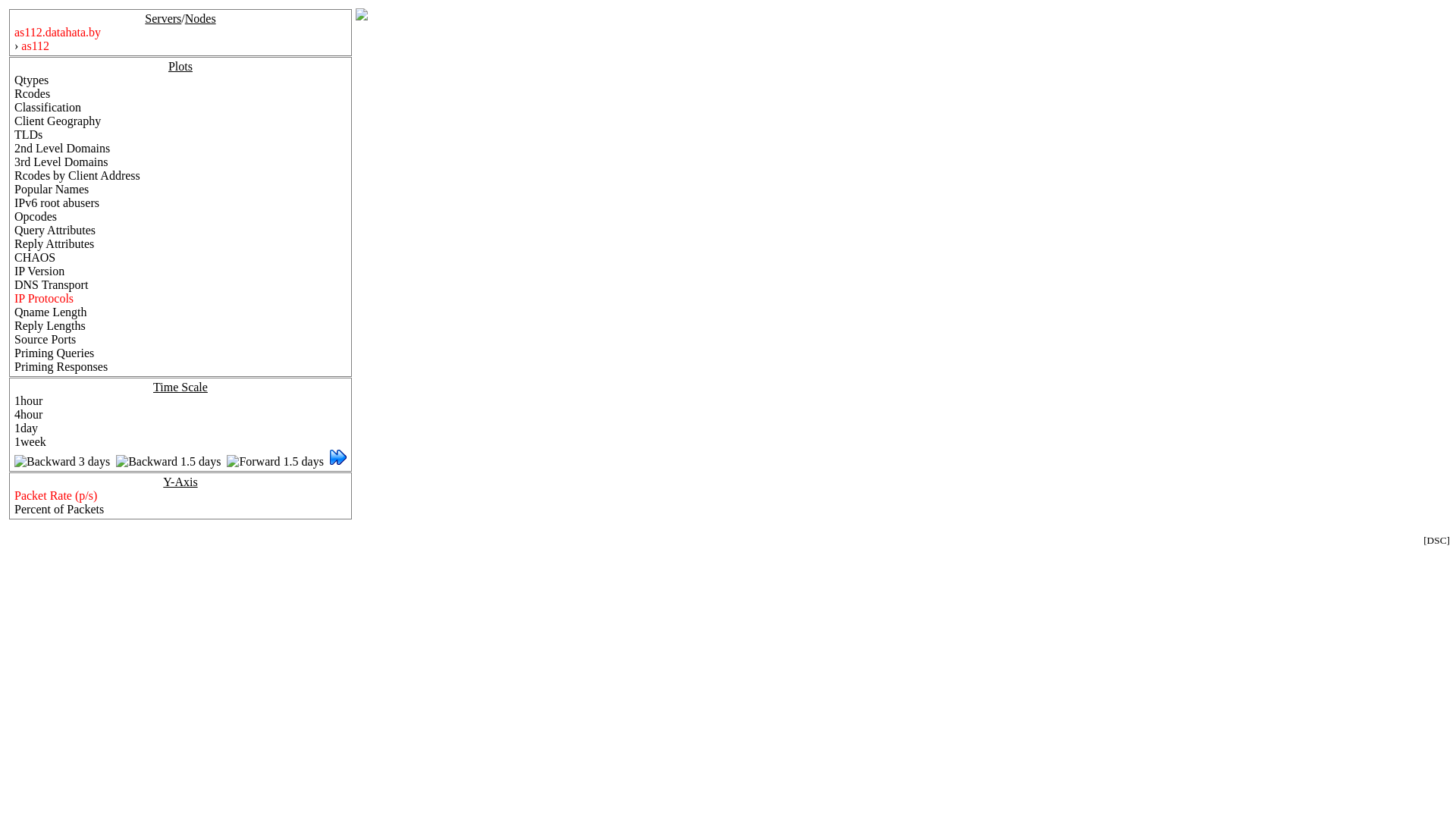  Describe the element at coordinates (36, 216) in the screenshot. I see `'Opcodes'` at that location.